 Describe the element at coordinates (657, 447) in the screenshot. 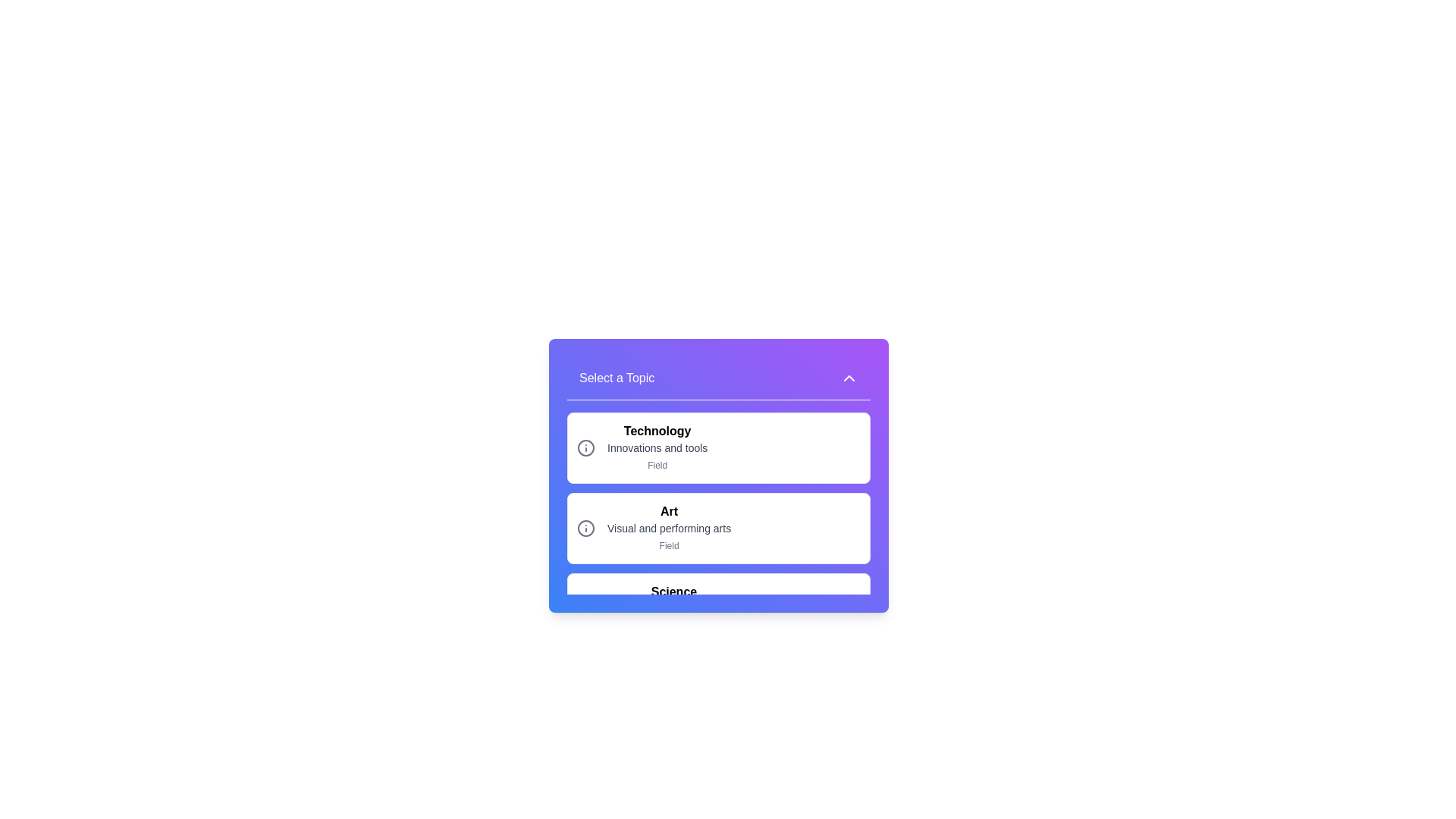

I see `the text snippet displaying 'Innovations and tools', which is styled in a smaller gray font and positioned beneath the bold 'Technology' heading` at that location.